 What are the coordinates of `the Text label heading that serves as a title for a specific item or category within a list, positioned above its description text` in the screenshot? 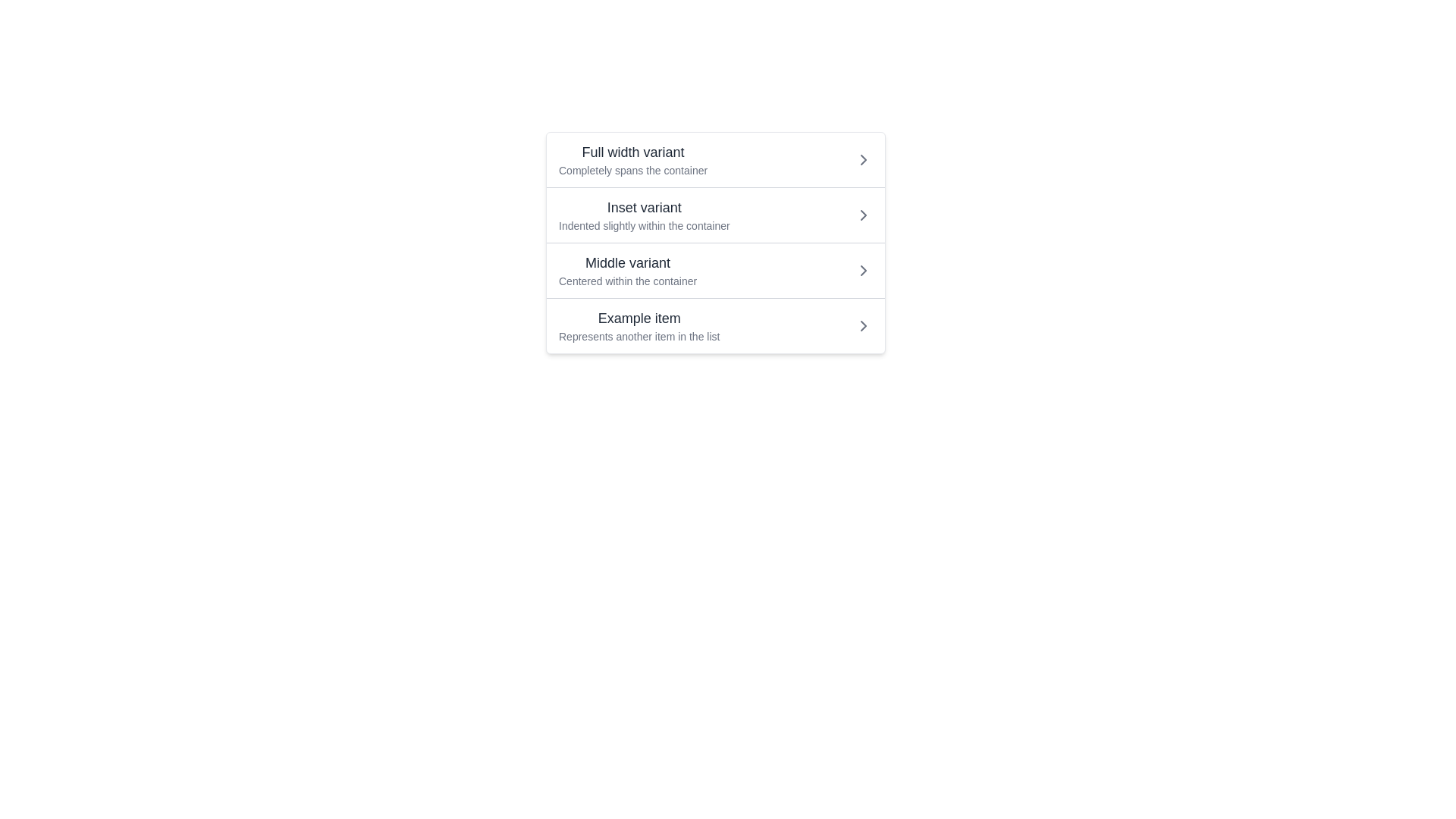 It's located at (644, 207).